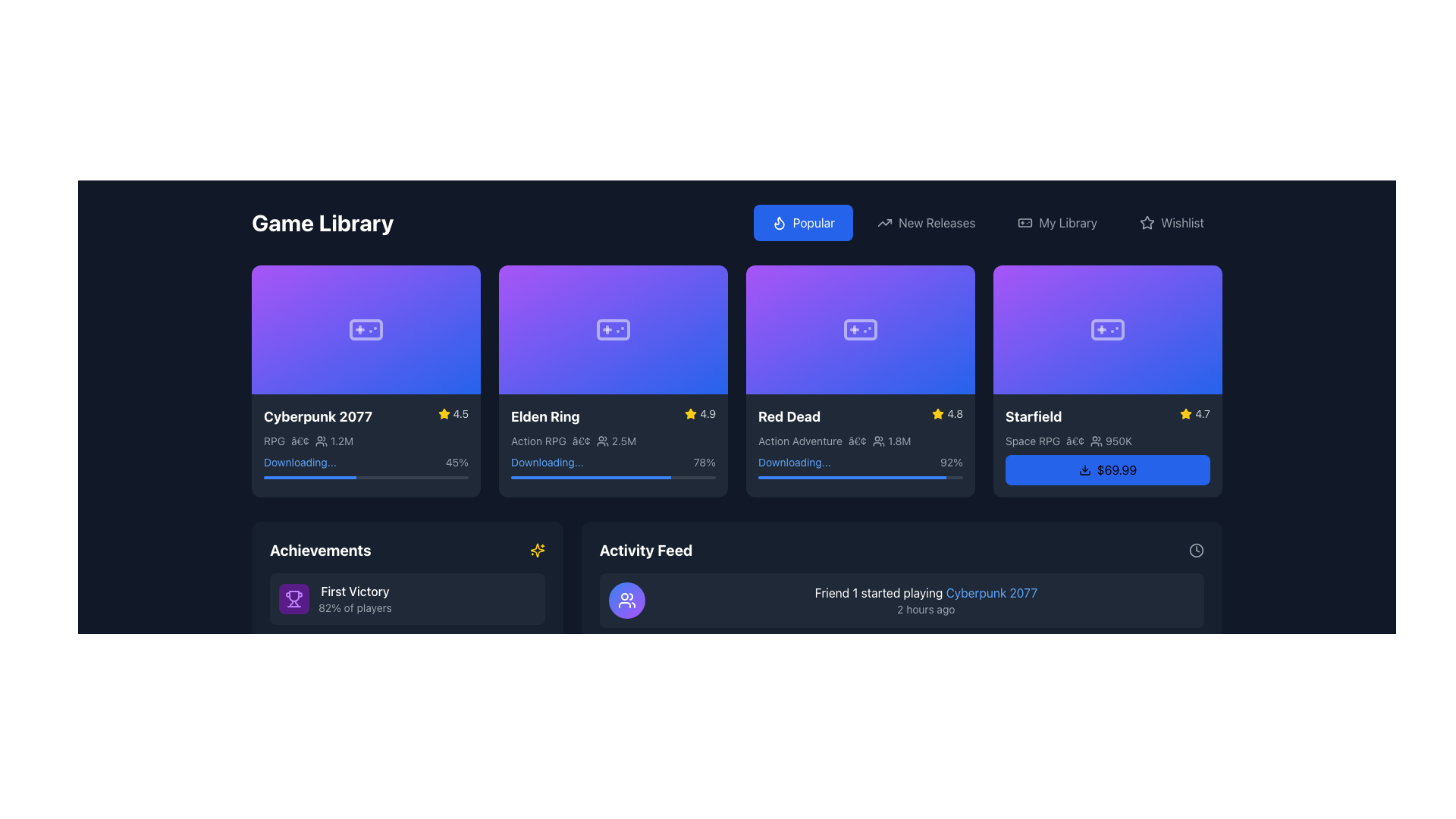 This screenshot has height=819, width=1456. I want to click on the circular element that is part of the clock icon located in the lower-right corner of the 'Activity Feed' section, specifically at the end of a feed entry, so click(1196, 550).